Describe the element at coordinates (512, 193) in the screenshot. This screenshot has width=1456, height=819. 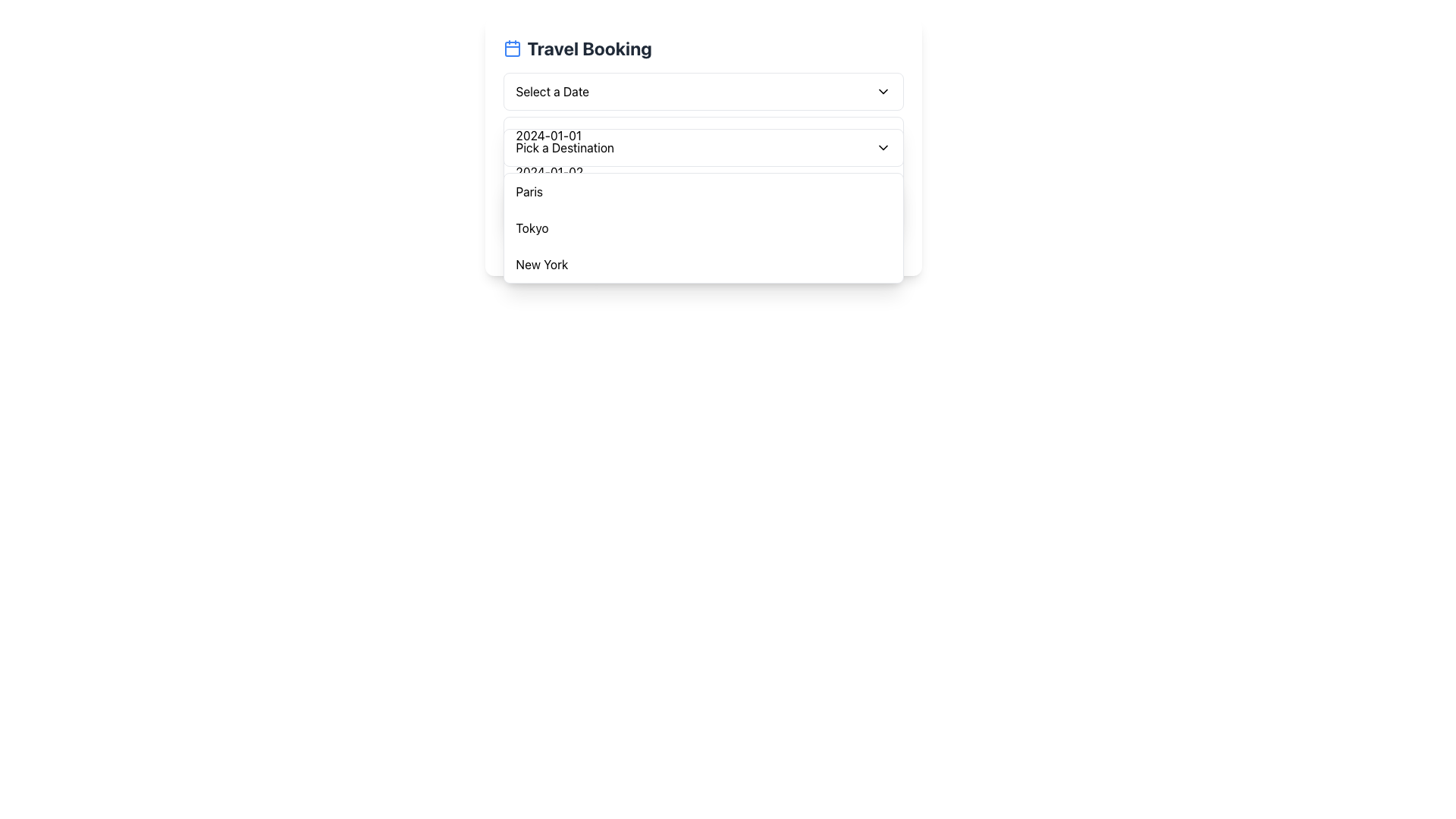
I see `the green circular icon with a checkmark that appears to the left of the text 'Paris' in the dropdown menu under 'Pick a Destination'` at that location.